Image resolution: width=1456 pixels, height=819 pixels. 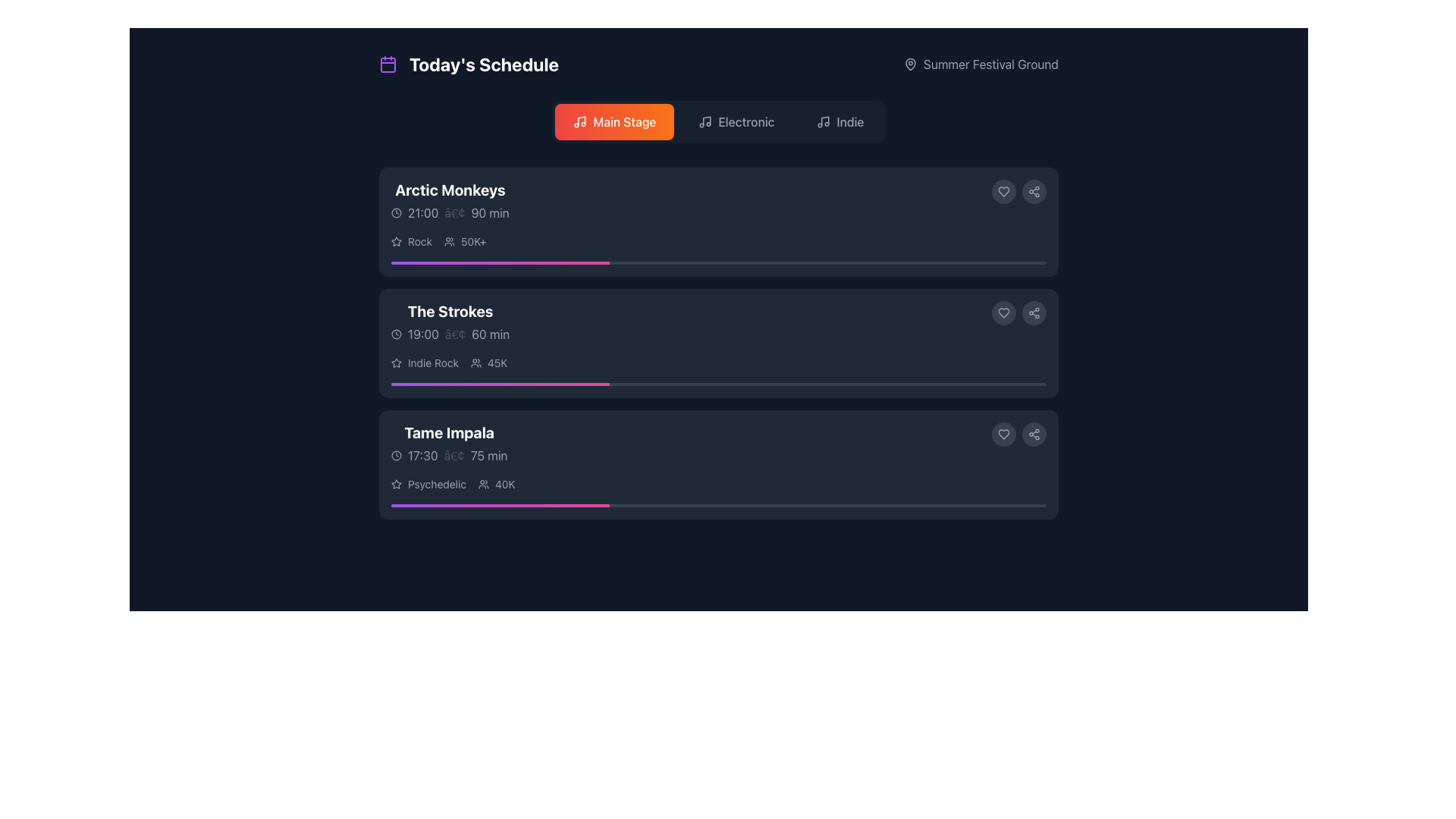 I want to click on the text element labeled 'Psychedelic' with a star icon, located in the lower left of the 'Tame Impala' schedule card, so click(x=428, y=485).